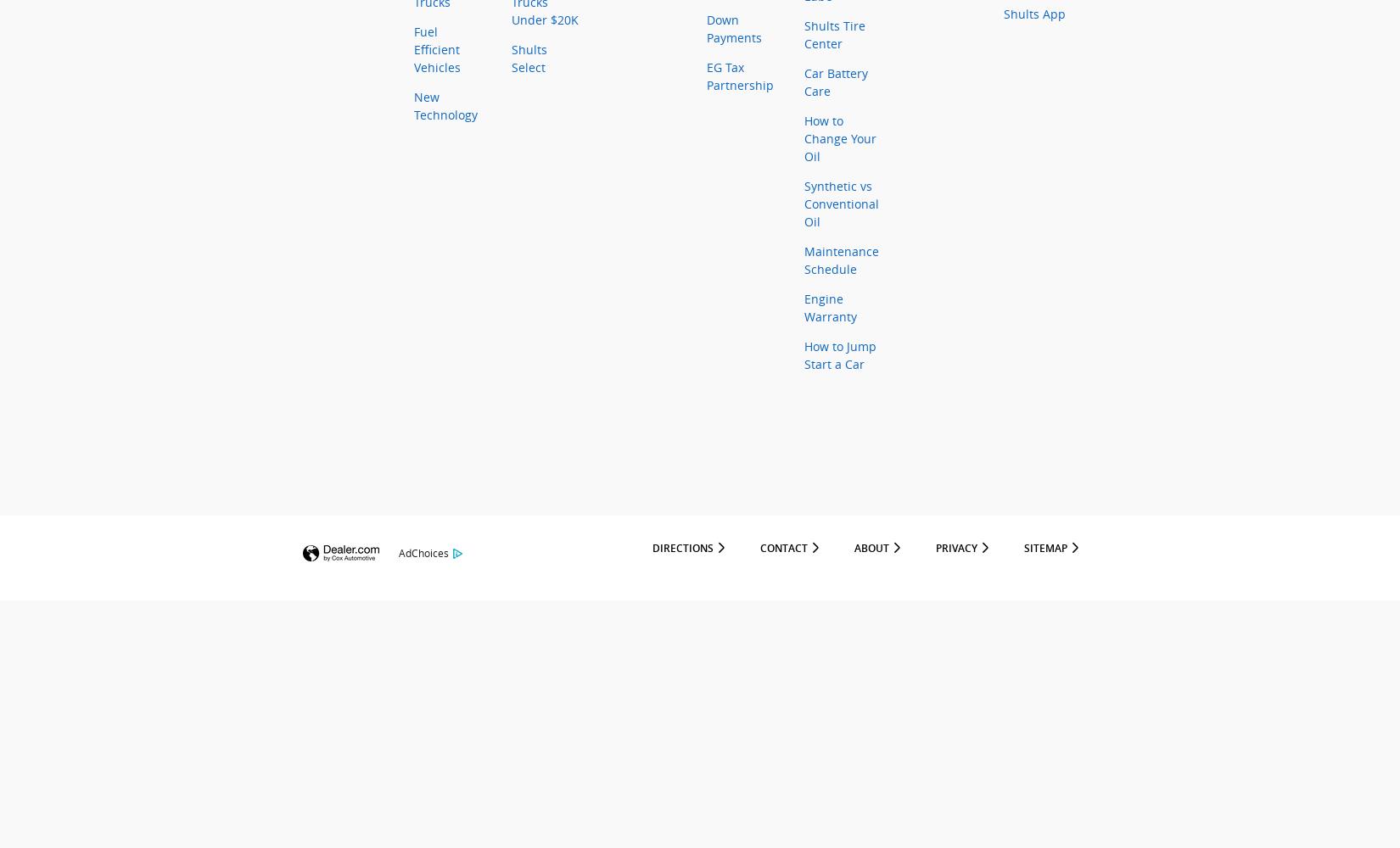 This screenshot has width=1400, height=848. What do you see at coordinates (840, 138) in the screenshot?
I see `'How to Change Your Oil'` at bounding box center [840, 138].